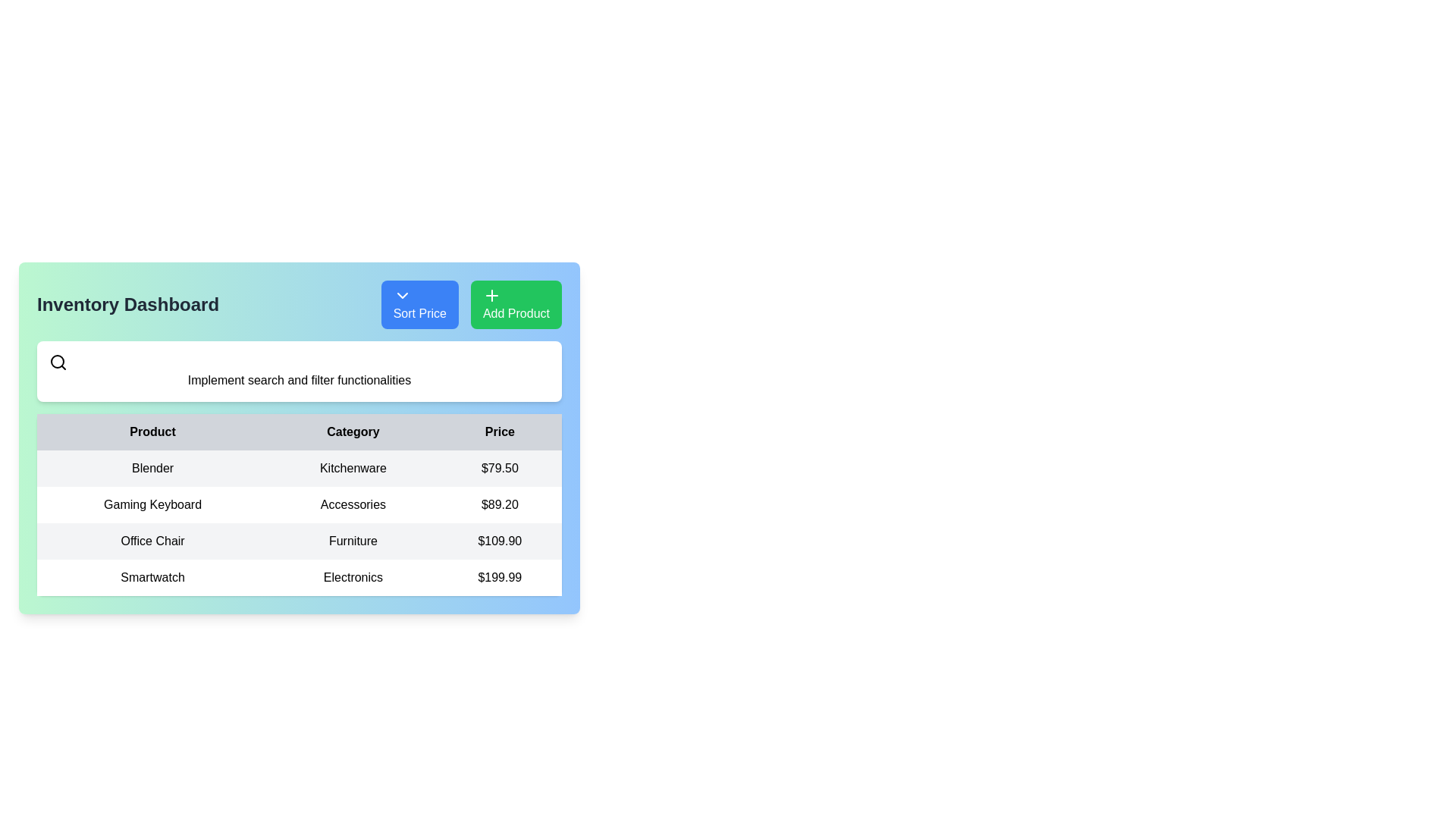 The width and height of the screenshot is (1456, 819). I want to click on the second row of the product information display, so click(299, 505).